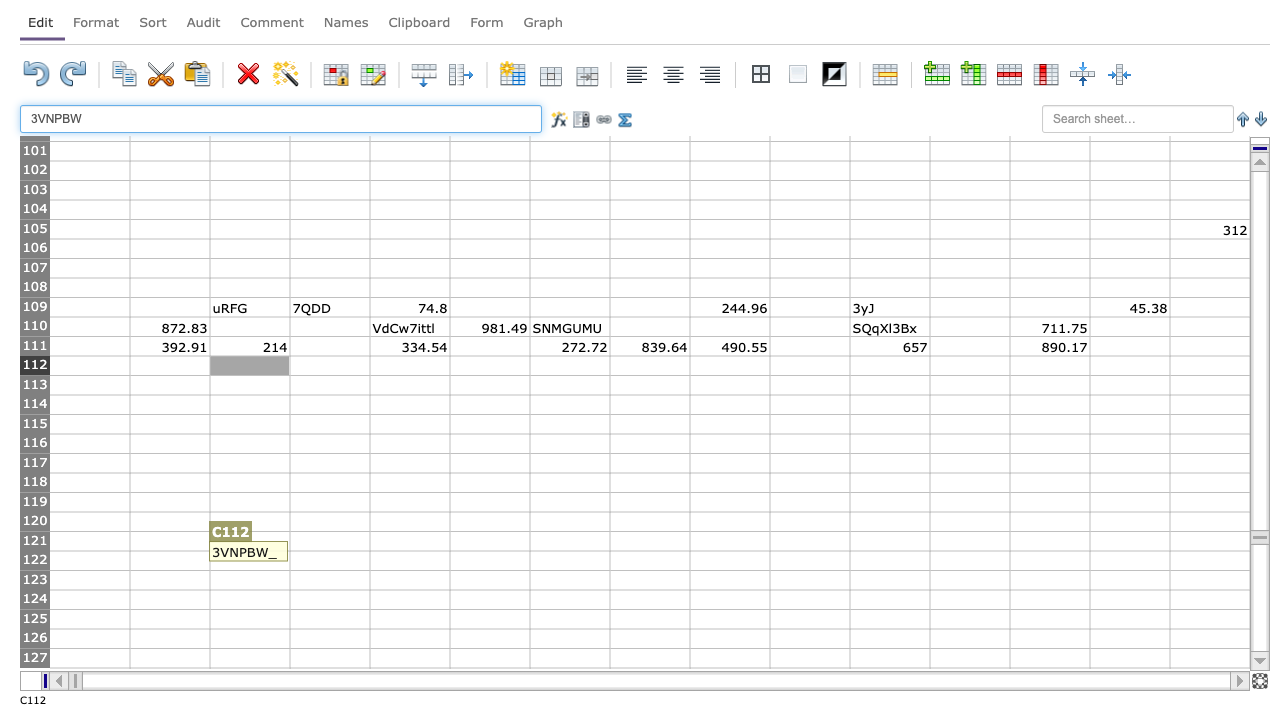 The width and height of the screenshot is (1280, 720). What do you see at coordinates (329, 560) in the screenshot?
I see `Col: D, Row: 122` at bounding box center [329, 560].